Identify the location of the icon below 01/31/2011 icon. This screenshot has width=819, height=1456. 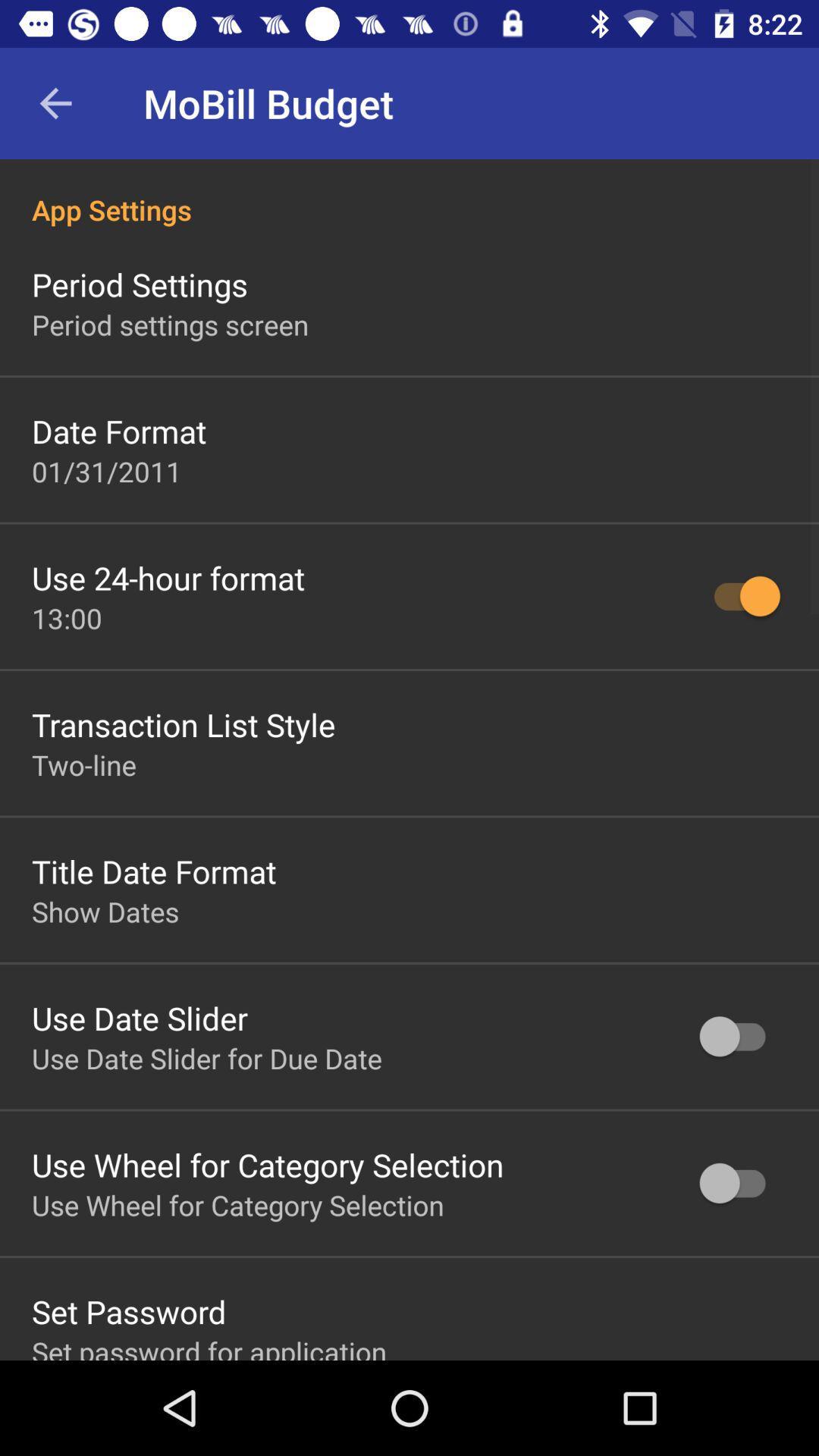
(168, 577).